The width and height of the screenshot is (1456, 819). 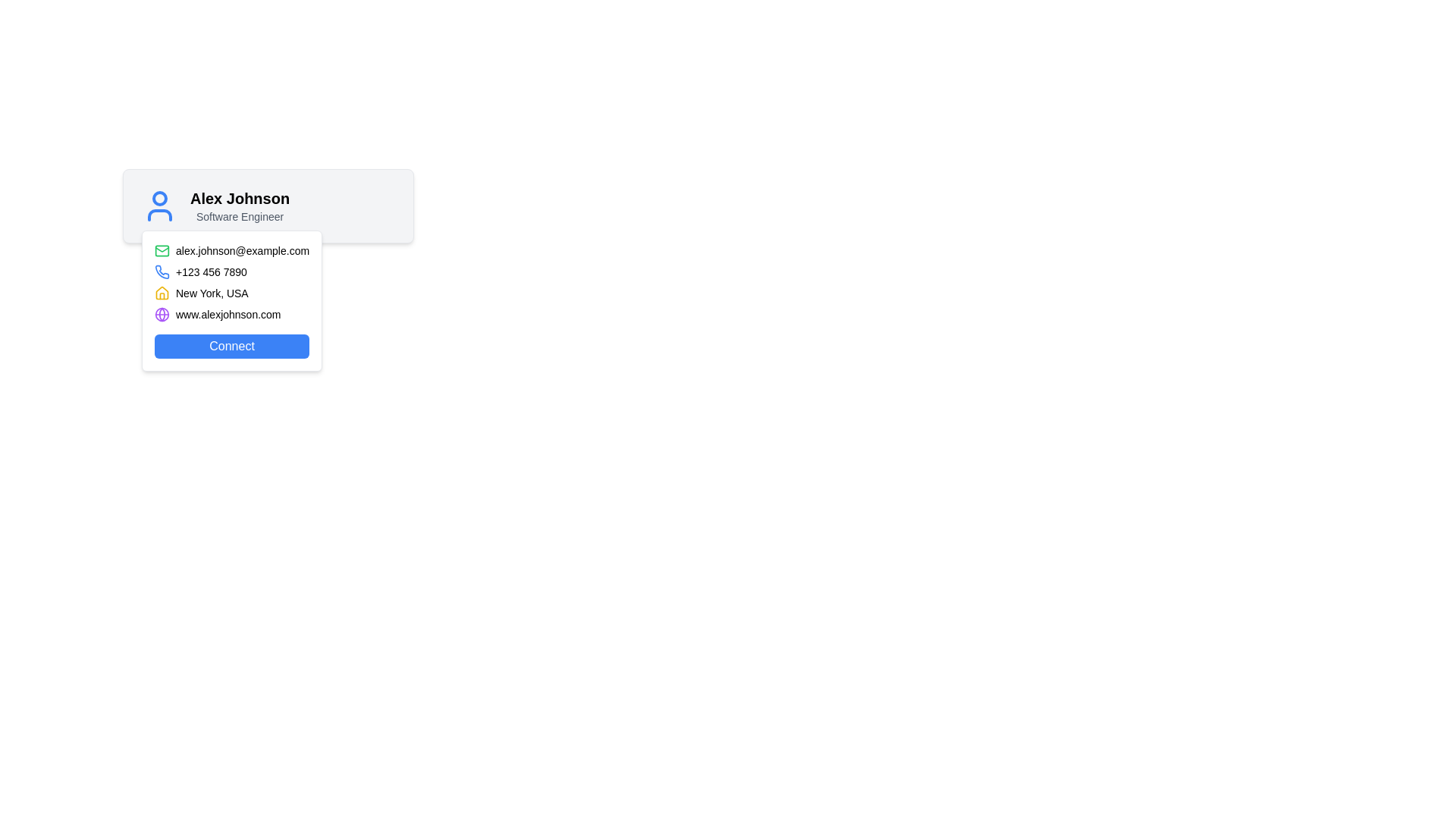 What do you see at coordinates (162, 314) in the screenshot?
I see `the purple filled circle, which is part of the globe icon in the user contact card layout` at bounding box center [162, 314].